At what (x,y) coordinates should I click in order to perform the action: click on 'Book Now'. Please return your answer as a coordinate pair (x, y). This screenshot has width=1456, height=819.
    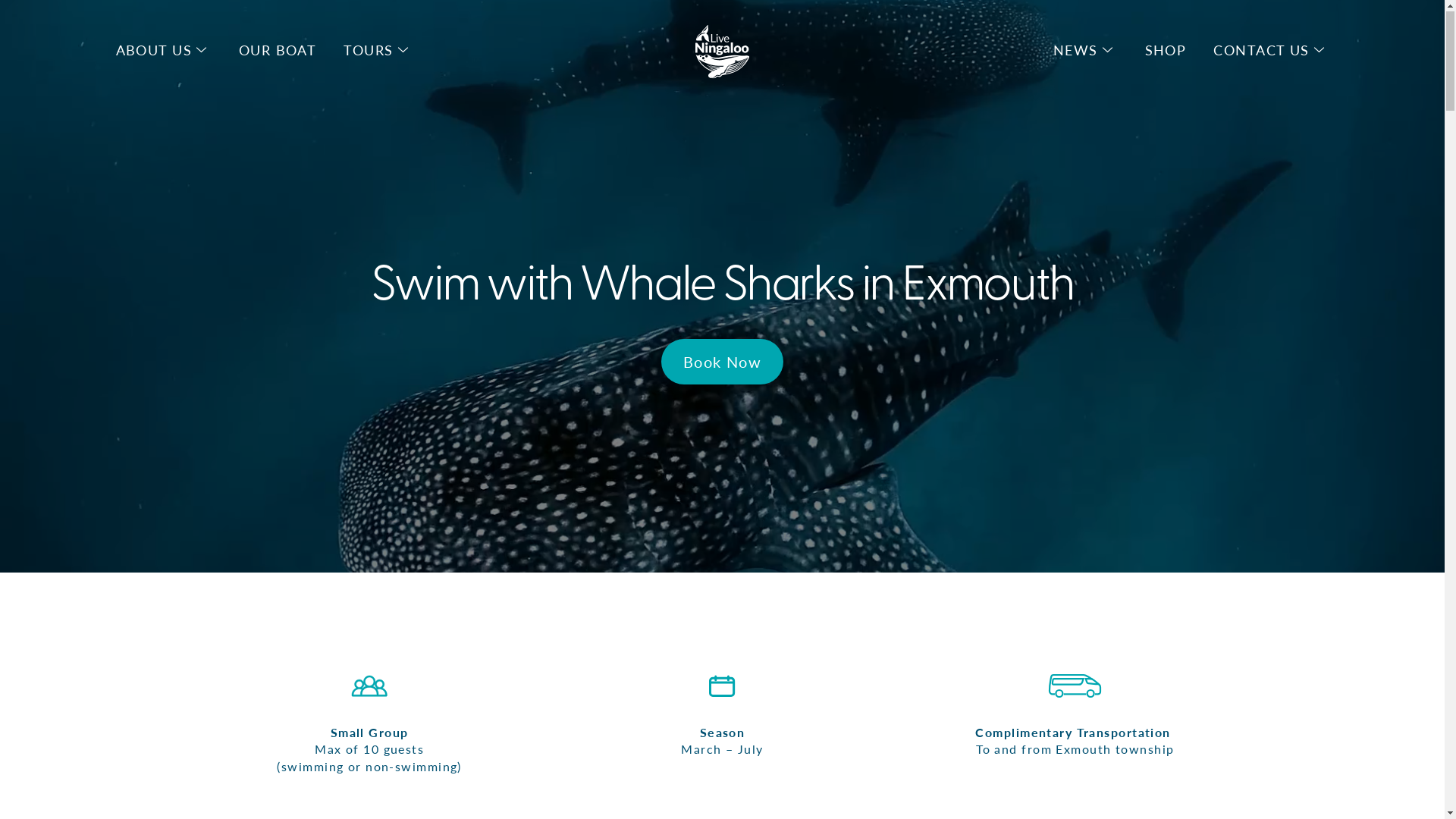
    Looking at the image, I should click on (722, 362).